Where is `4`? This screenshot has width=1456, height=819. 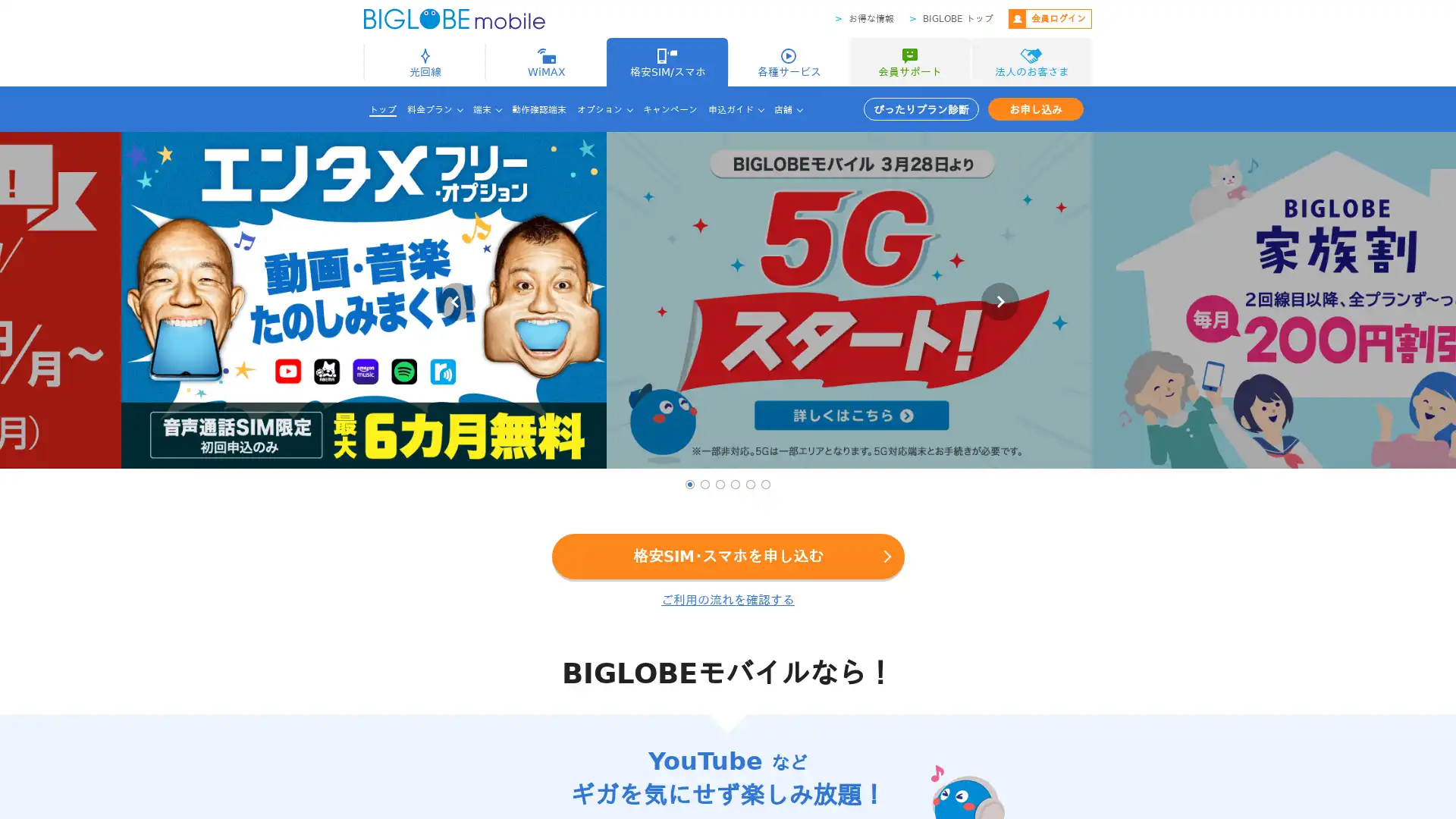 4 is located at coordinates (735, 485).